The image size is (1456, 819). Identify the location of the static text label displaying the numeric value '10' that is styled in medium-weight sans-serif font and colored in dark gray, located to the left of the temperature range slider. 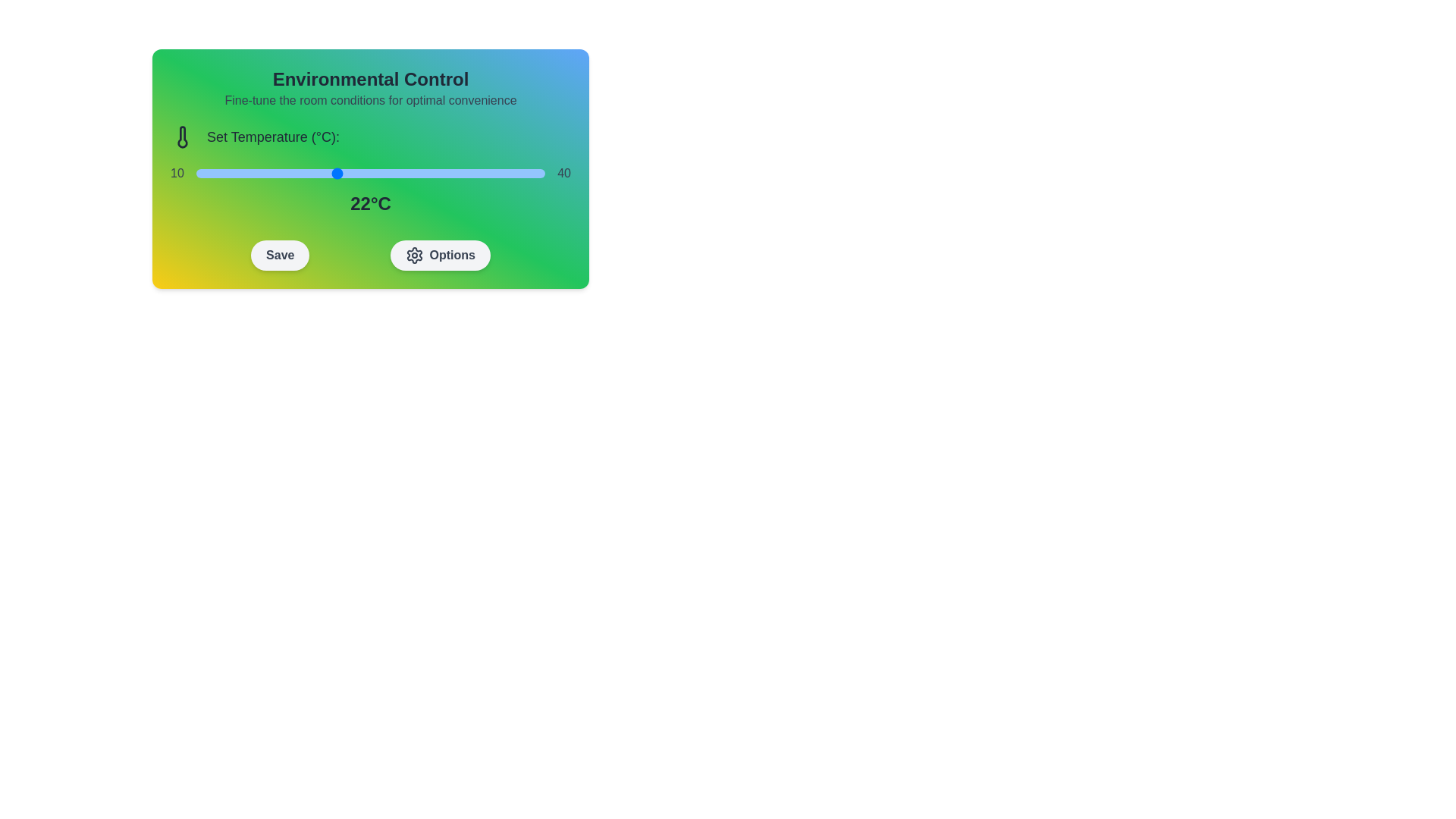
(177, 172).